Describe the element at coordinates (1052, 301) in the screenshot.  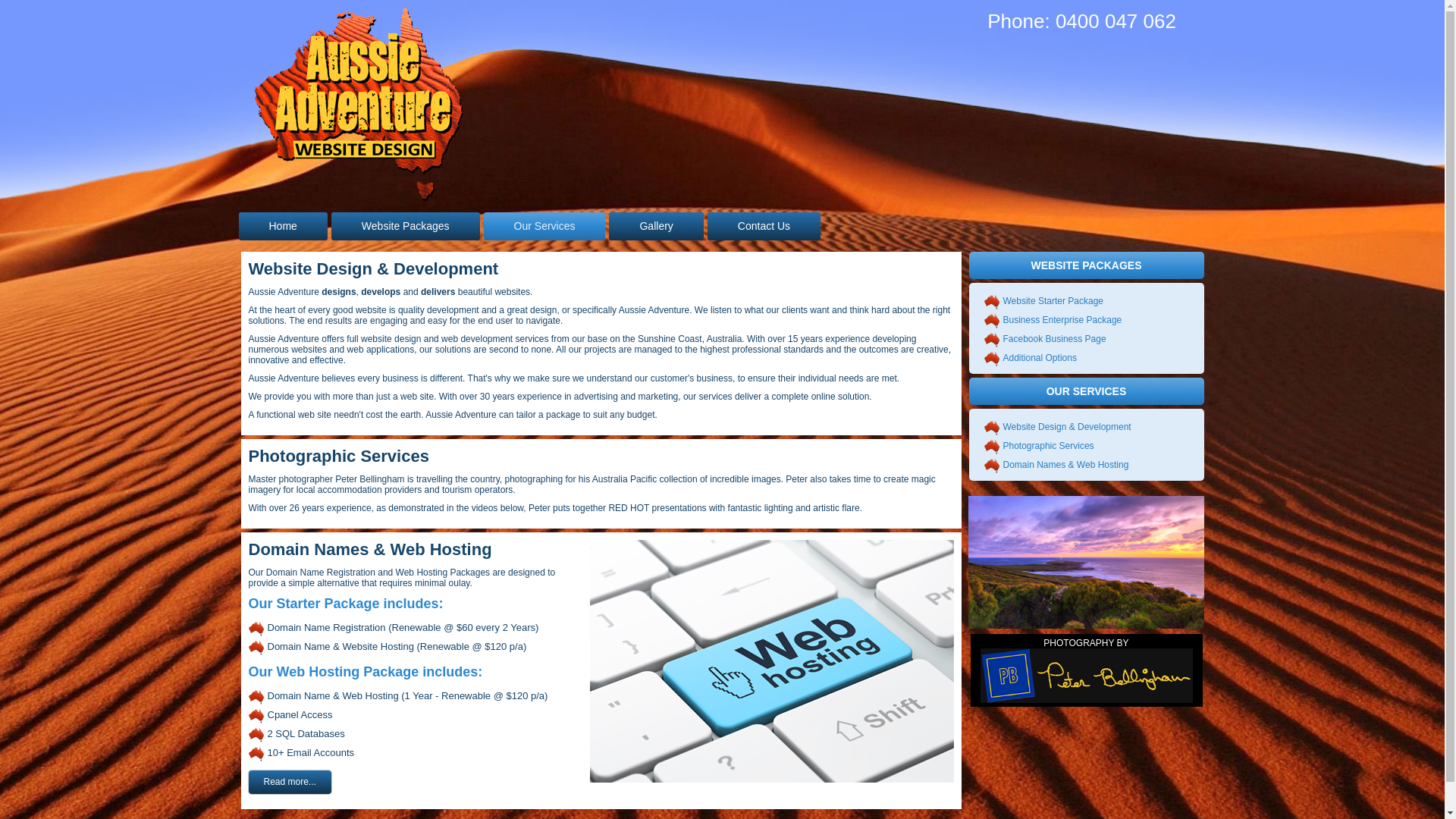
I see `'Website Starter Package'` at that location.